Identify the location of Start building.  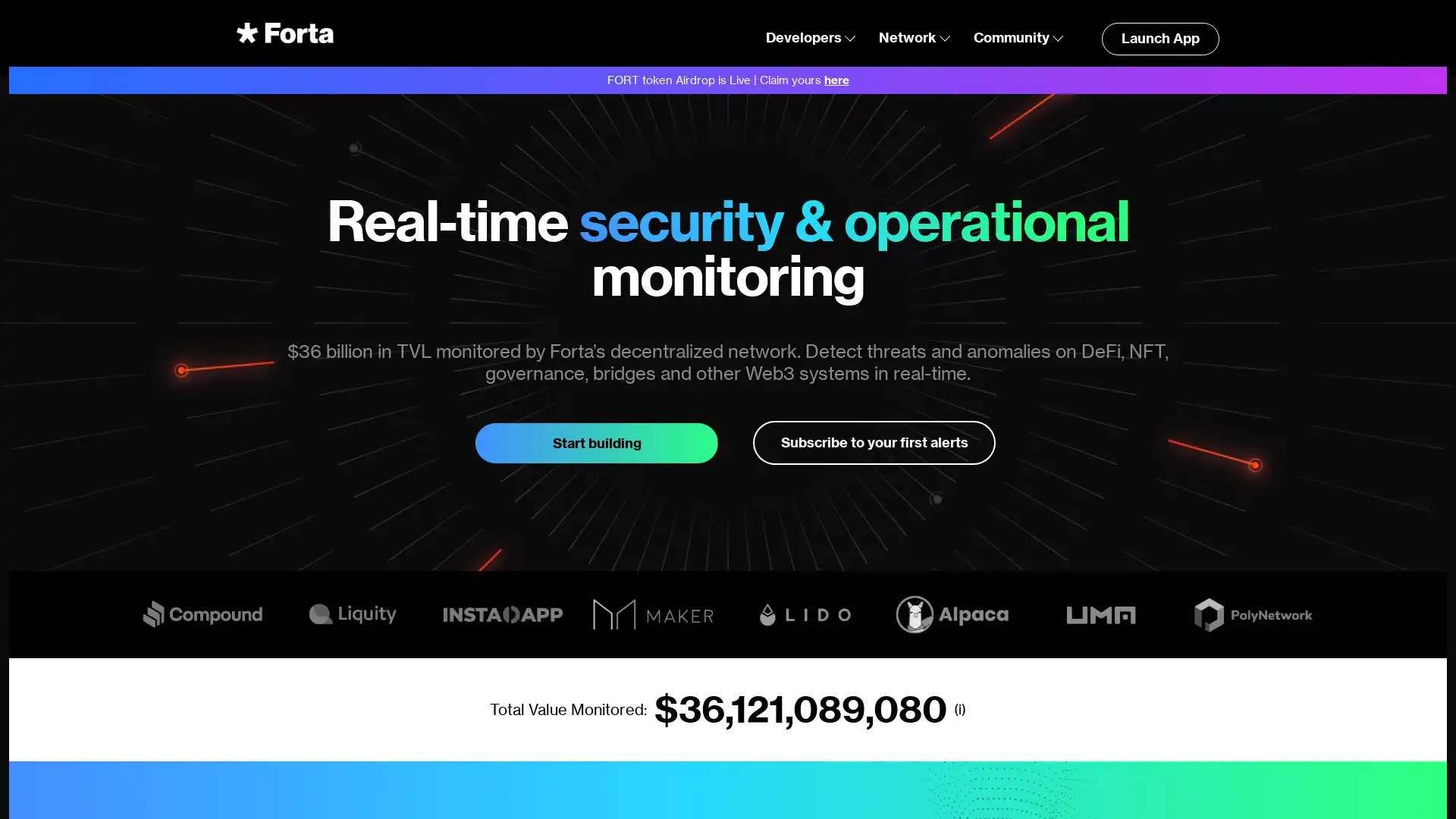
(596, 442).